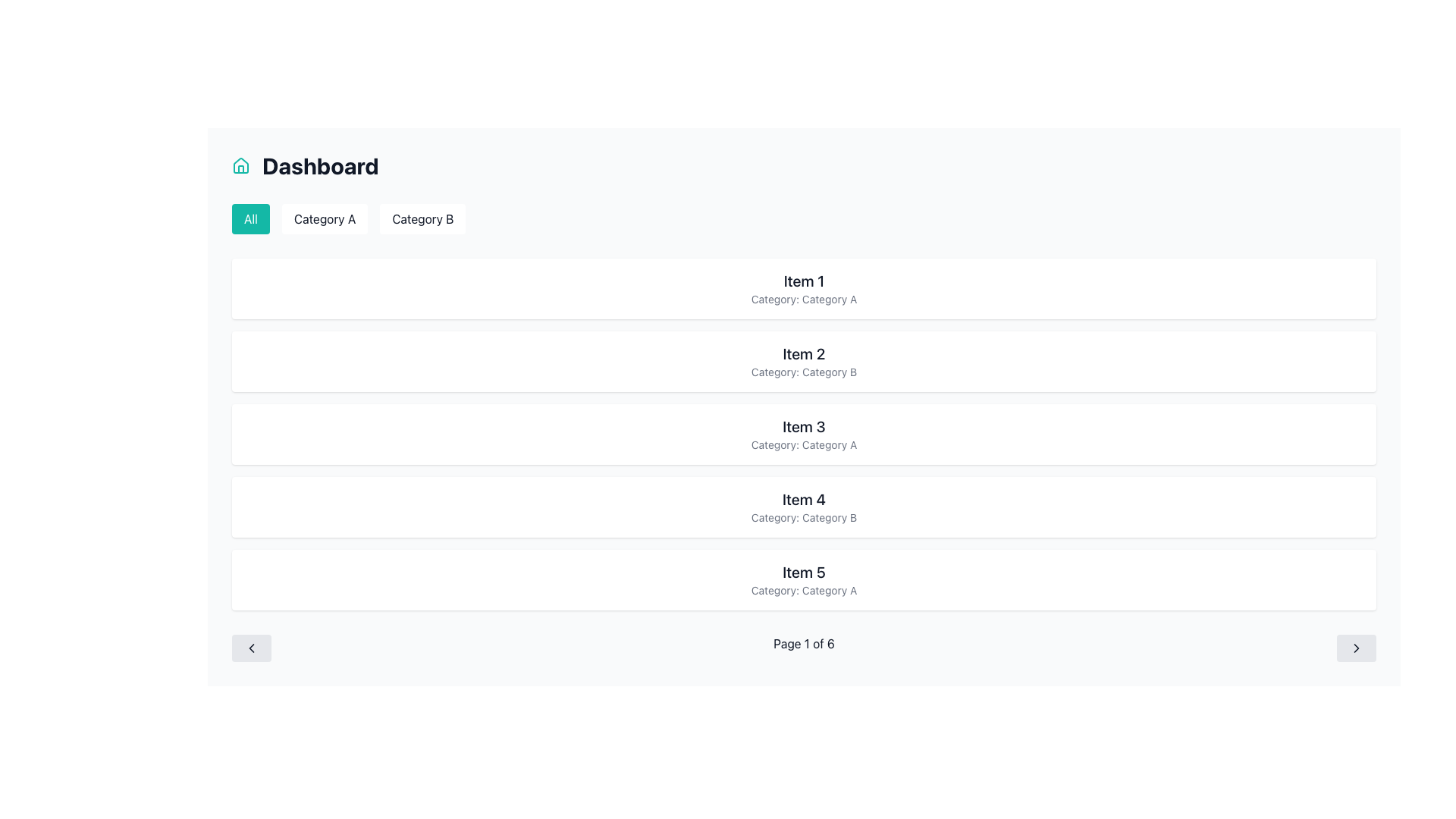  What do you see at coordinates (240, 169) in the screenshot?
I see `the lower section of the teal-colored house icon, which is part of an SVG graphic displayed to the left of the Dashboard heading` at bounding box center [240, 169].